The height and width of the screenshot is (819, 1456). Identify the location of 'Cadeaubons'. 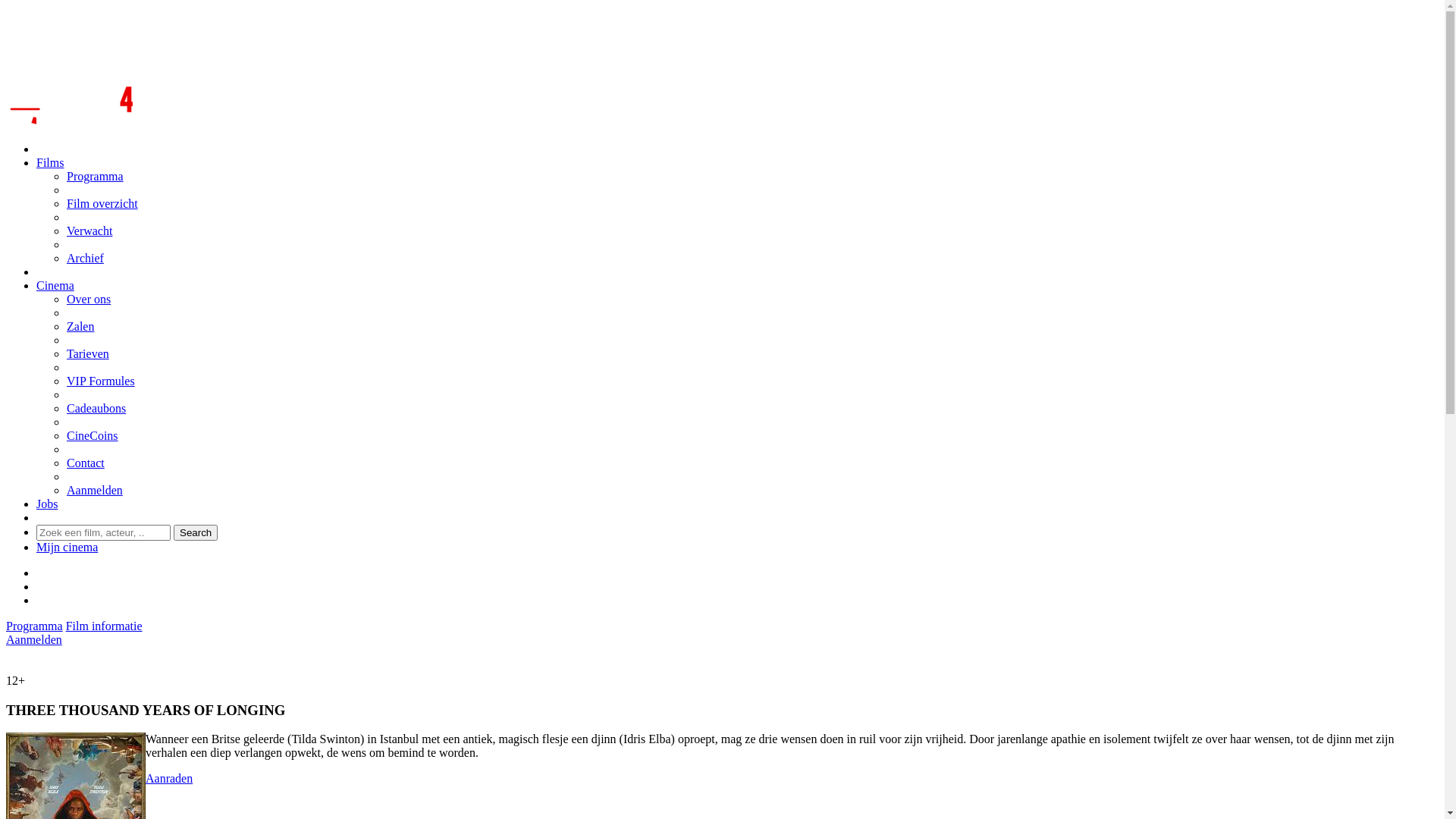
(95, 407).